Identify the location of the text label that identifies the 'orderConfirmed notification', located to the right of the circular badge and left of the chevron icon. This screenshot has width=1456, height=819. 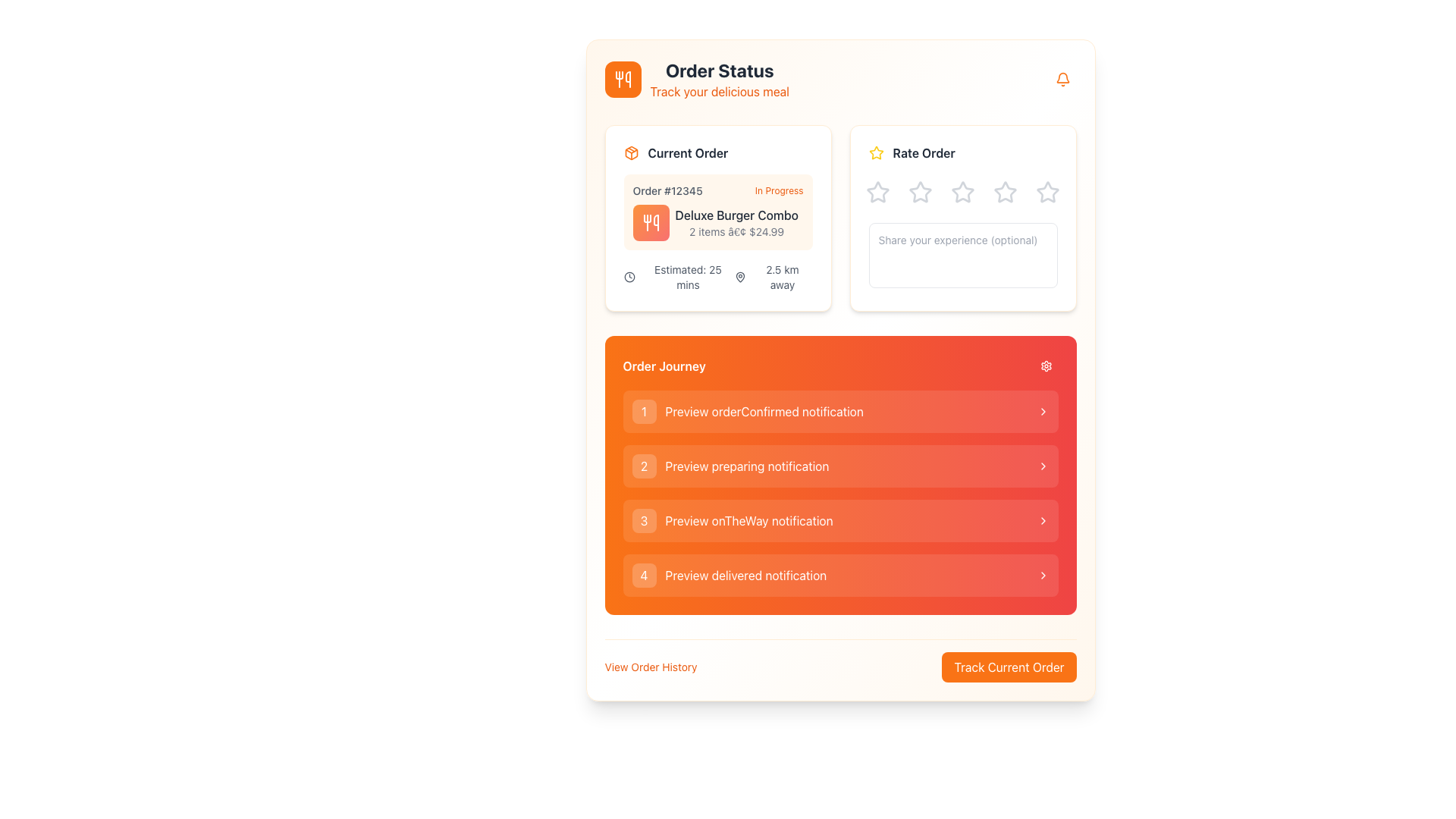
(846, 412).